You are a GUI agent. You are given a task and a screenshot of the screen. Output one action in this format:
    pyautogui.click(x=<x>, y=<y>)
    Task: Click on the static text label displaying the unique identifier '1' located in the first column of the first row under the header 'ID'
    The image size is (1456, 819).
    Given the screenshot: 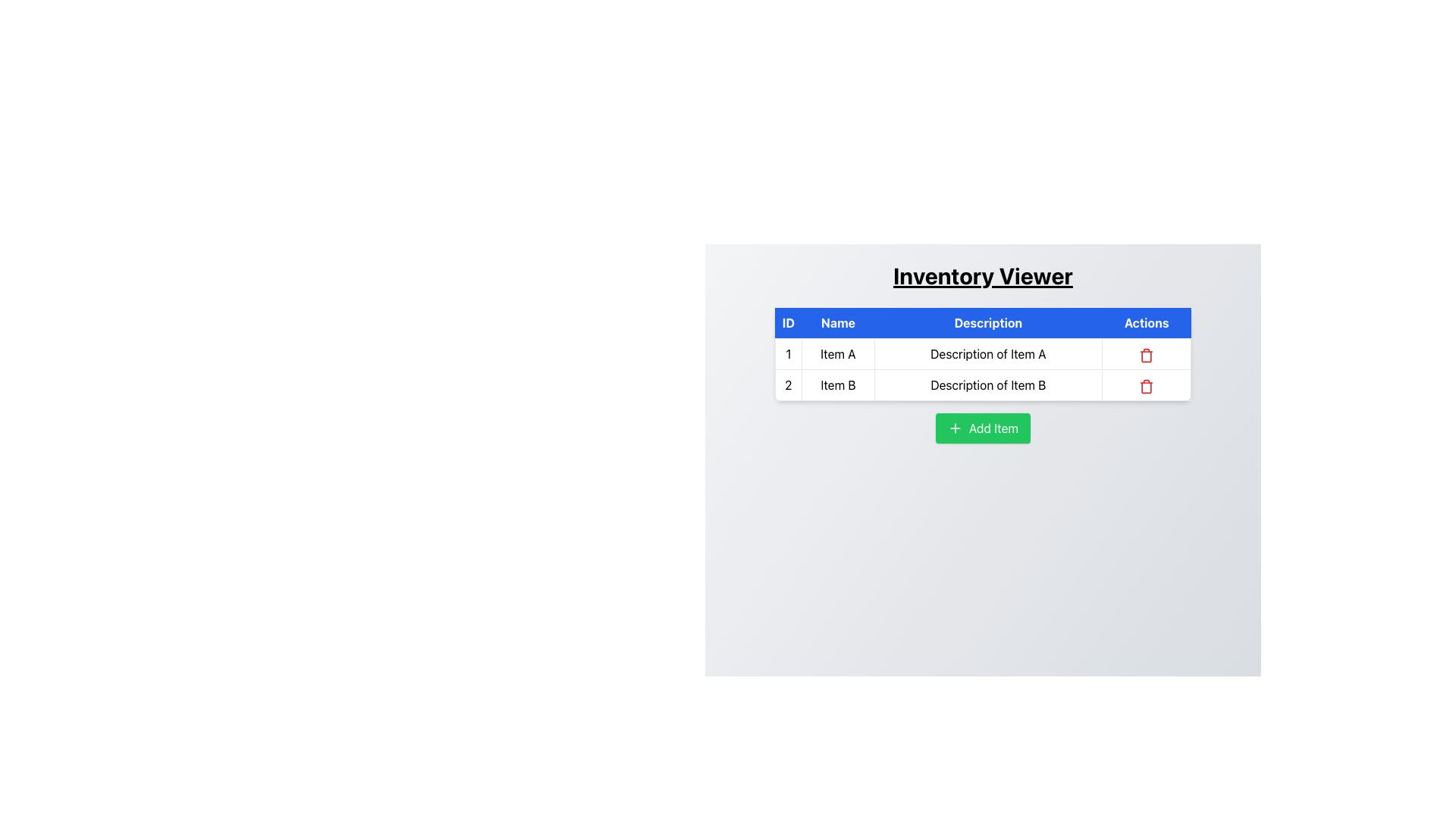 What is the action you would take?
    pyautogui.click(x=788, y=353)
    